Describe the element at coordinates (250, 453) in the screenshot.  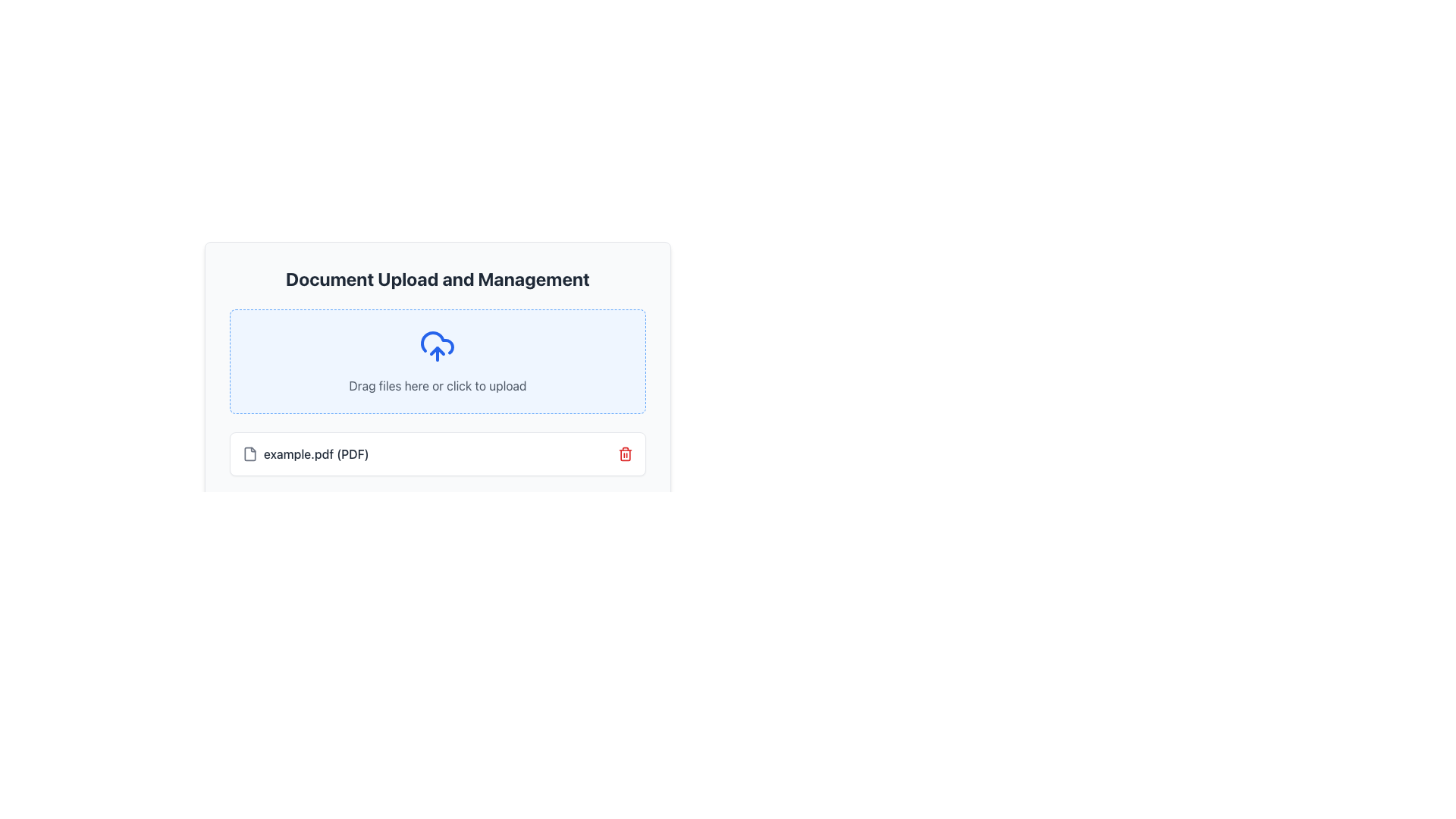
I see `the gray document file icon located to the immediate left of the label 'example.pdf (PDF)' in the list of uploaded files` at that location.